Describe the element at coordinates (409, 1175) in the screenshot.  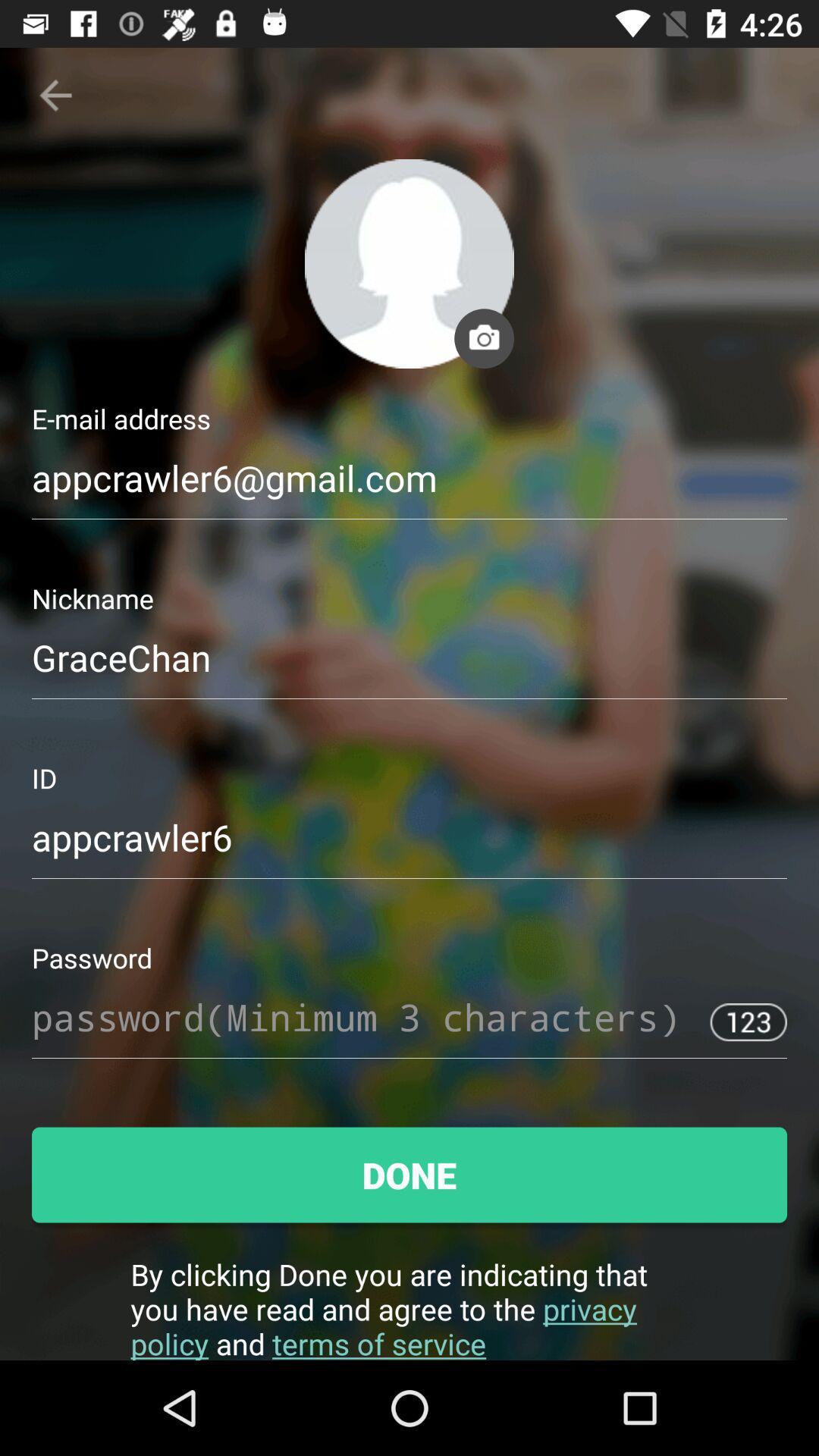
I see `the green color button` at that location.